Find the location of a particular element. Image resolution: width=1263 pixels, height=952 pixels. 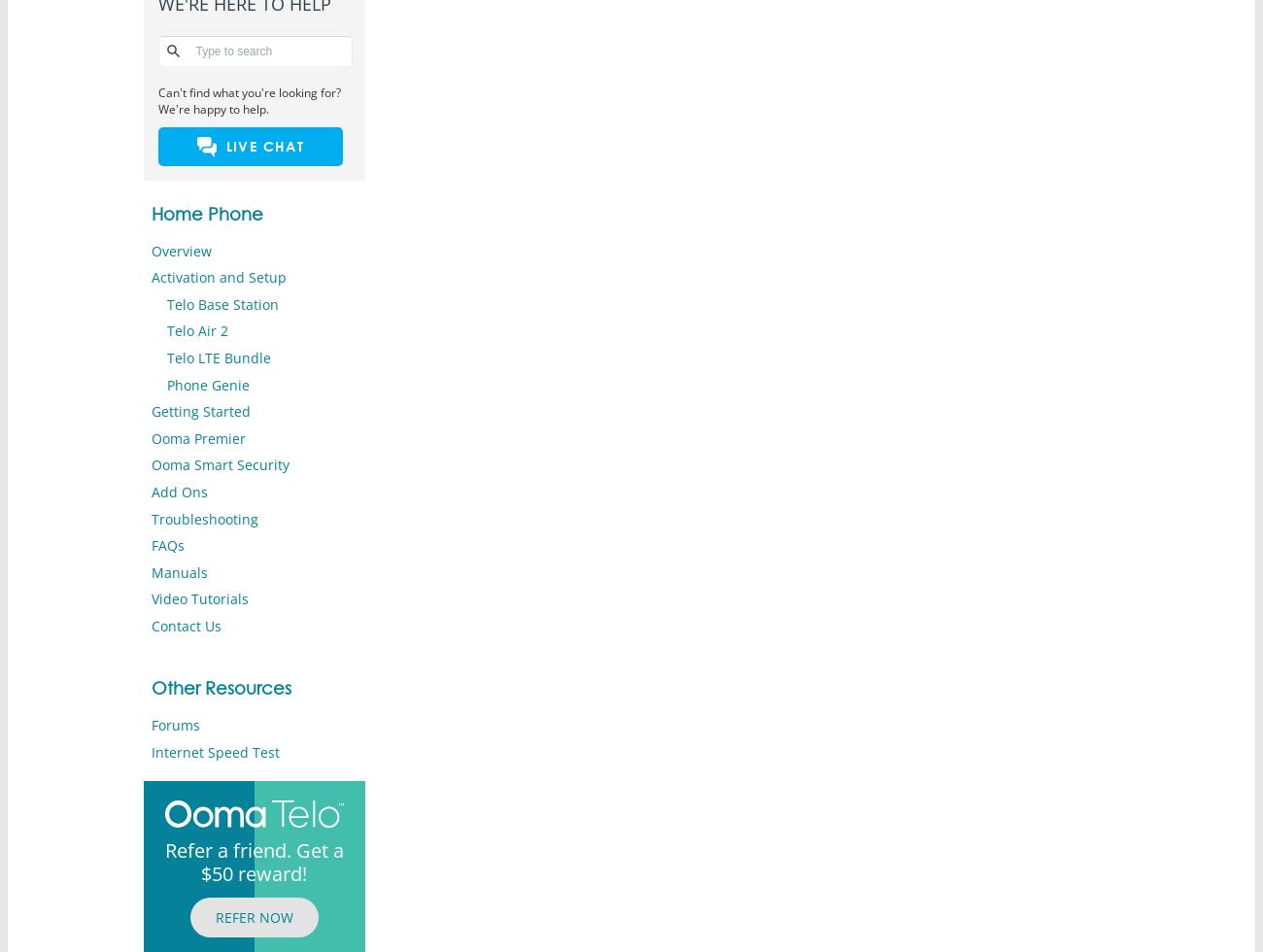

'Other Resources' is located at coordinates (219, 688).